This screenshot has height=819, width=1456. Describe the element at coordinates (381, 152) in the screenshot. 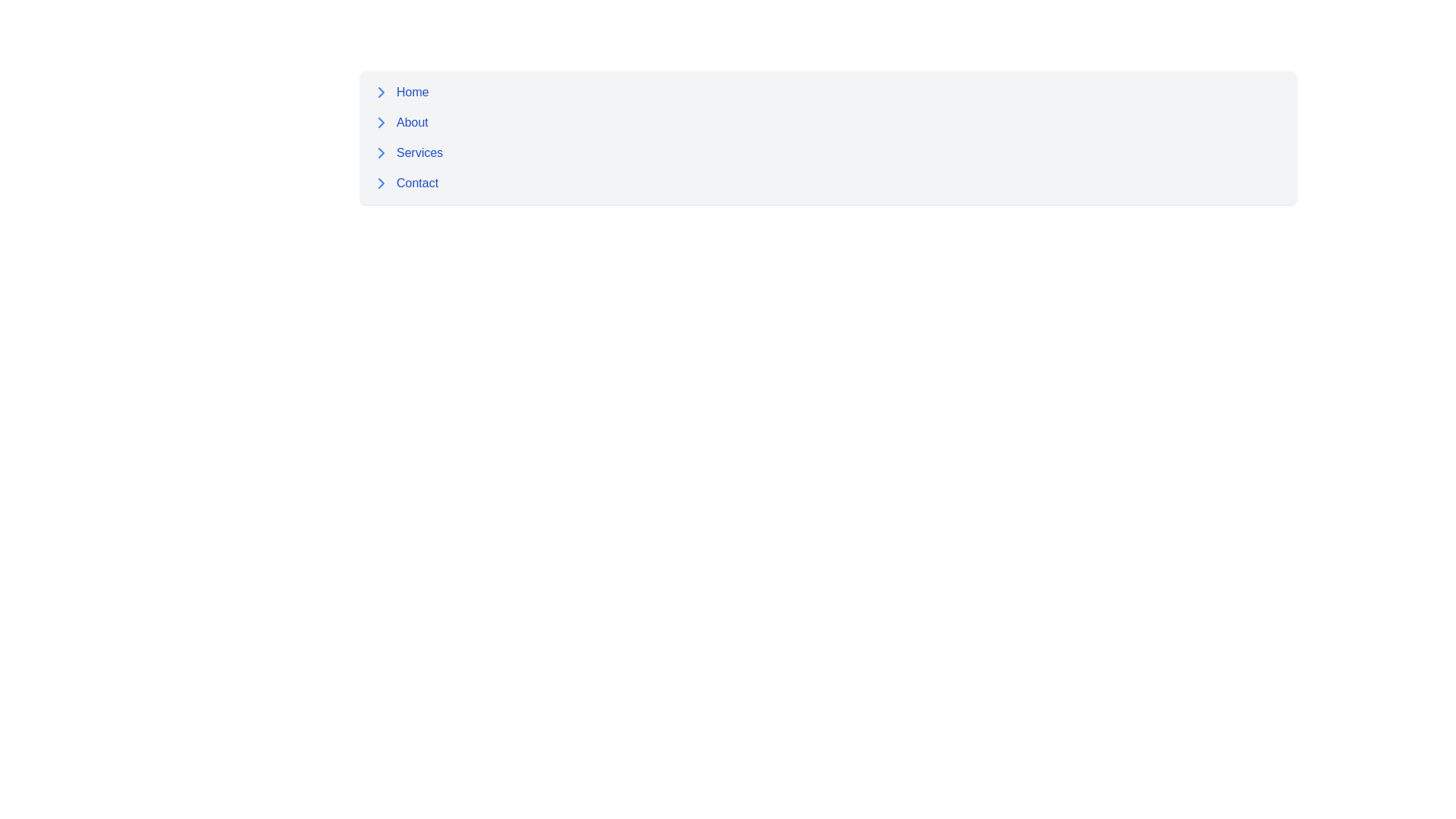

I see `the third chevron icon next to the 'Services' menu item, which indicates expandable options` at that location.